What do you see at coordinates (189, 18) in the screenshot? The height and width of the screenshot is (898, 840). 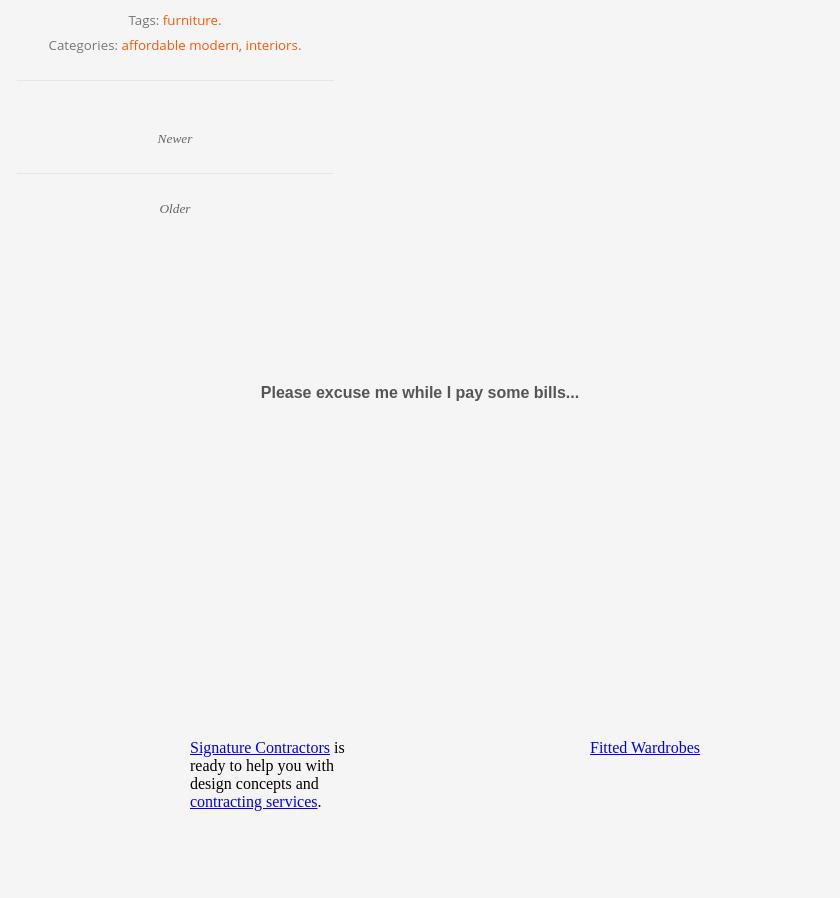 I see `'furniture'` at bounding box center [189, 18].